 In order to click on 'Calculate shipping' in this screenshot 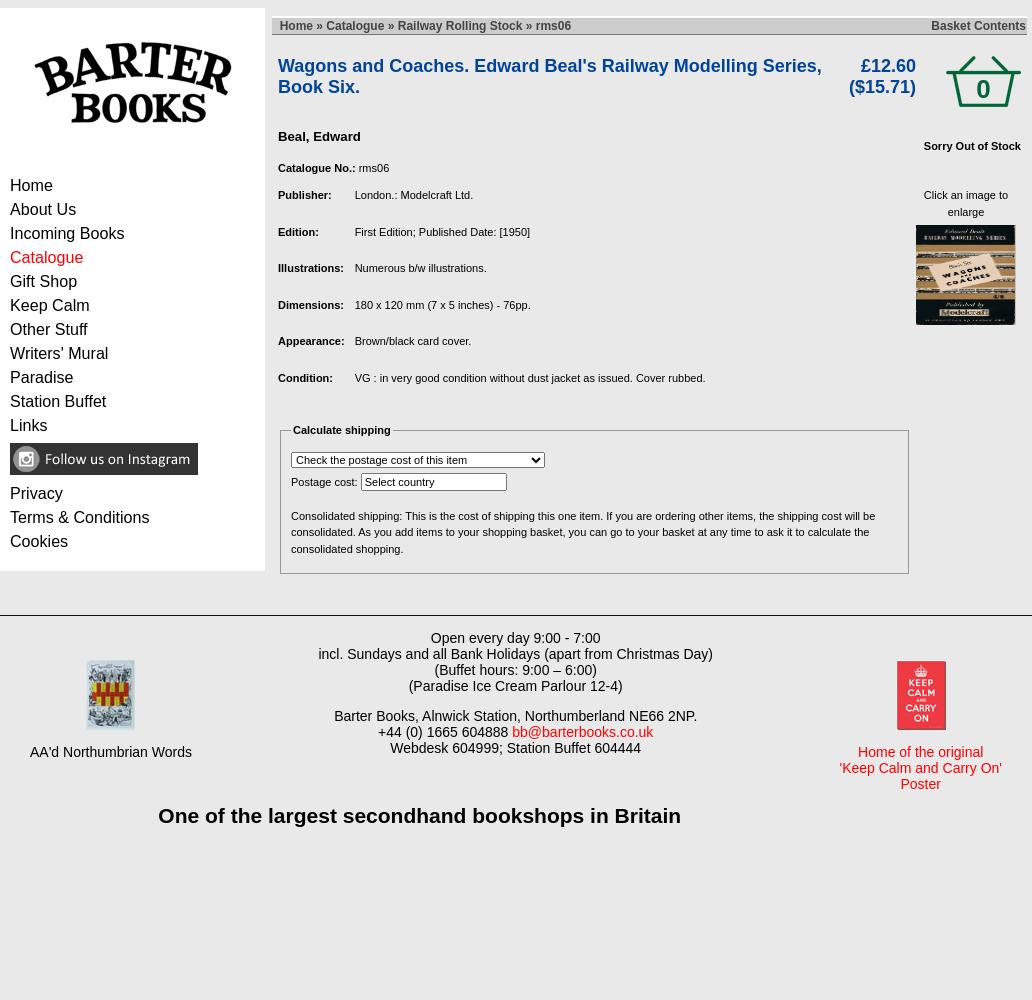, I will do `click(292, 430)`.